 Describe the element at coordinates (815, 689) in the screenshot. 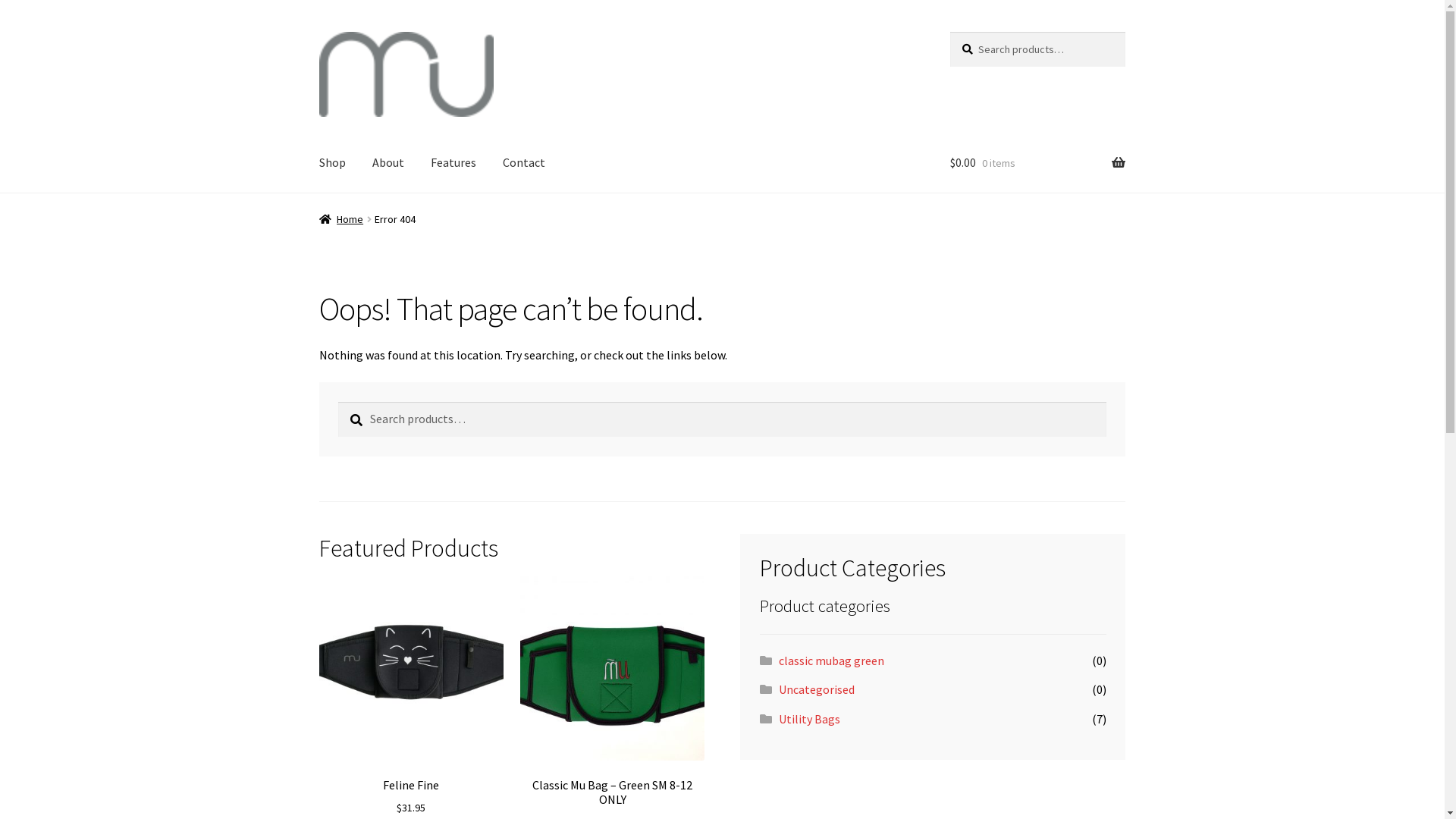

I see `'Uncategorised'` at that location.